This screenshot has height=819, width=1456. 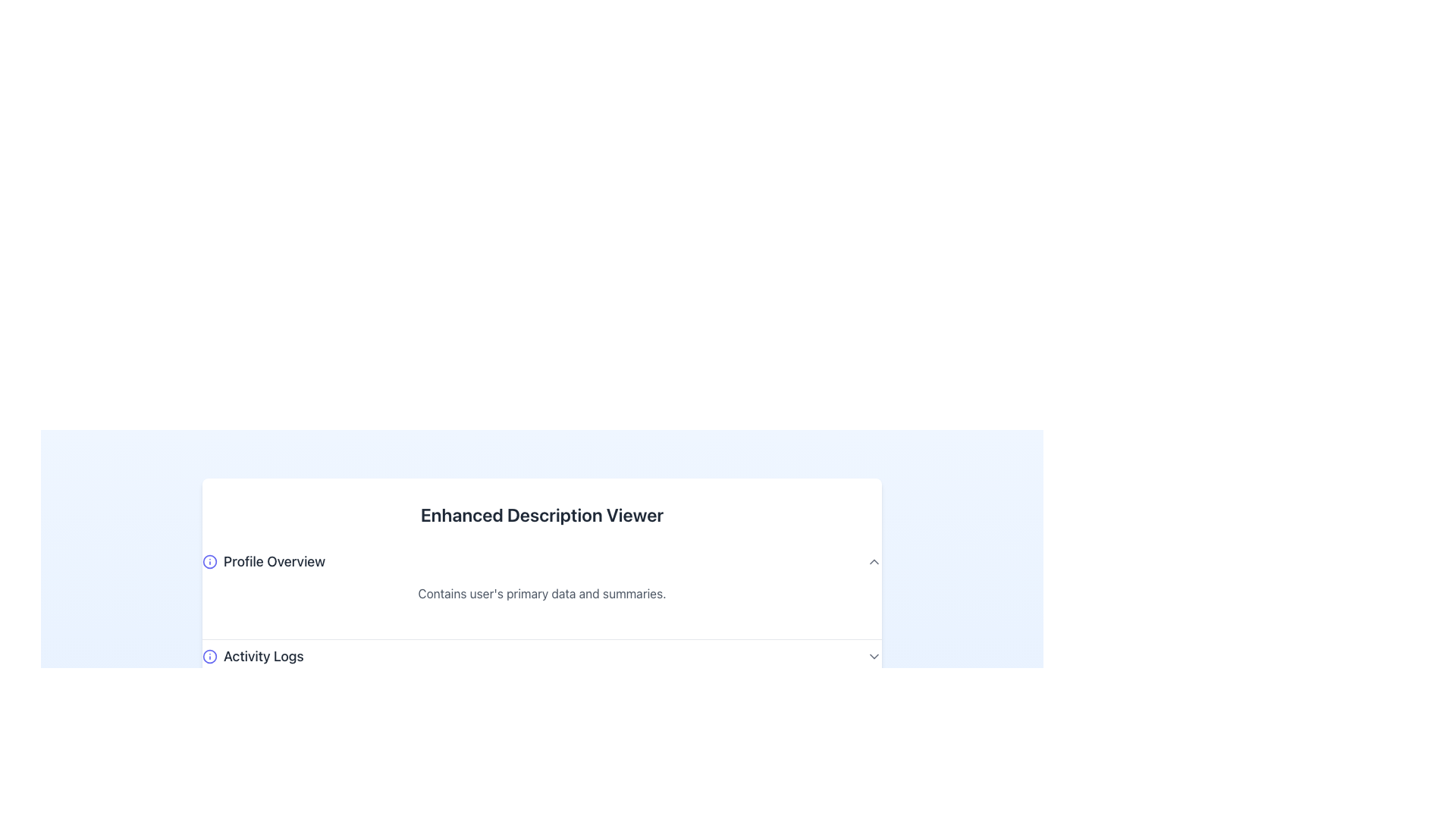 I want to click on the chevron icon located at the far right of the 'Activity Logs' section, so click(x=874, y=656).